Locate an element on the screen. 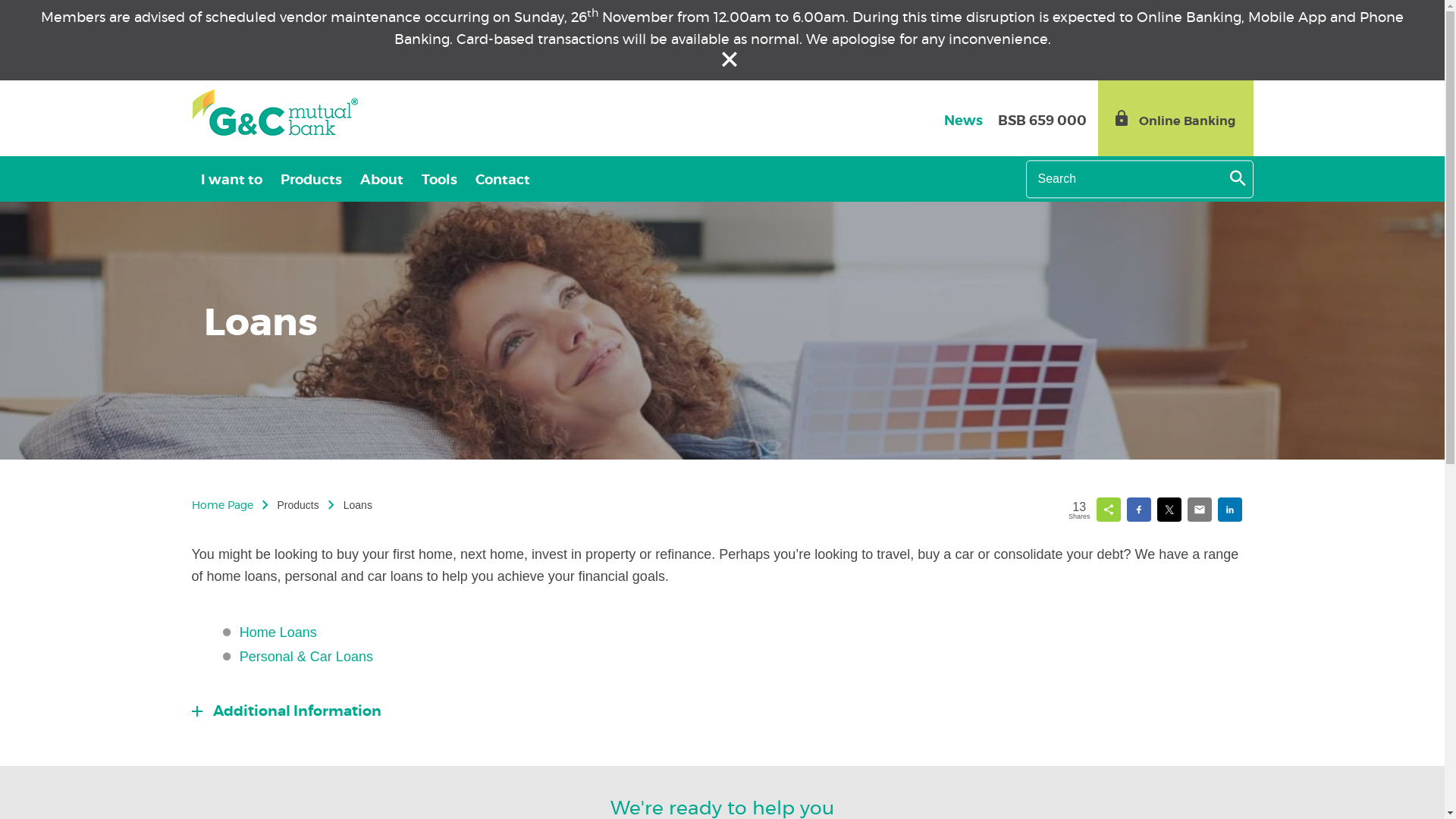 Image resolution: width=1456 pixels, height=819 pixels. 'News' is located at coordinates (962, 120).